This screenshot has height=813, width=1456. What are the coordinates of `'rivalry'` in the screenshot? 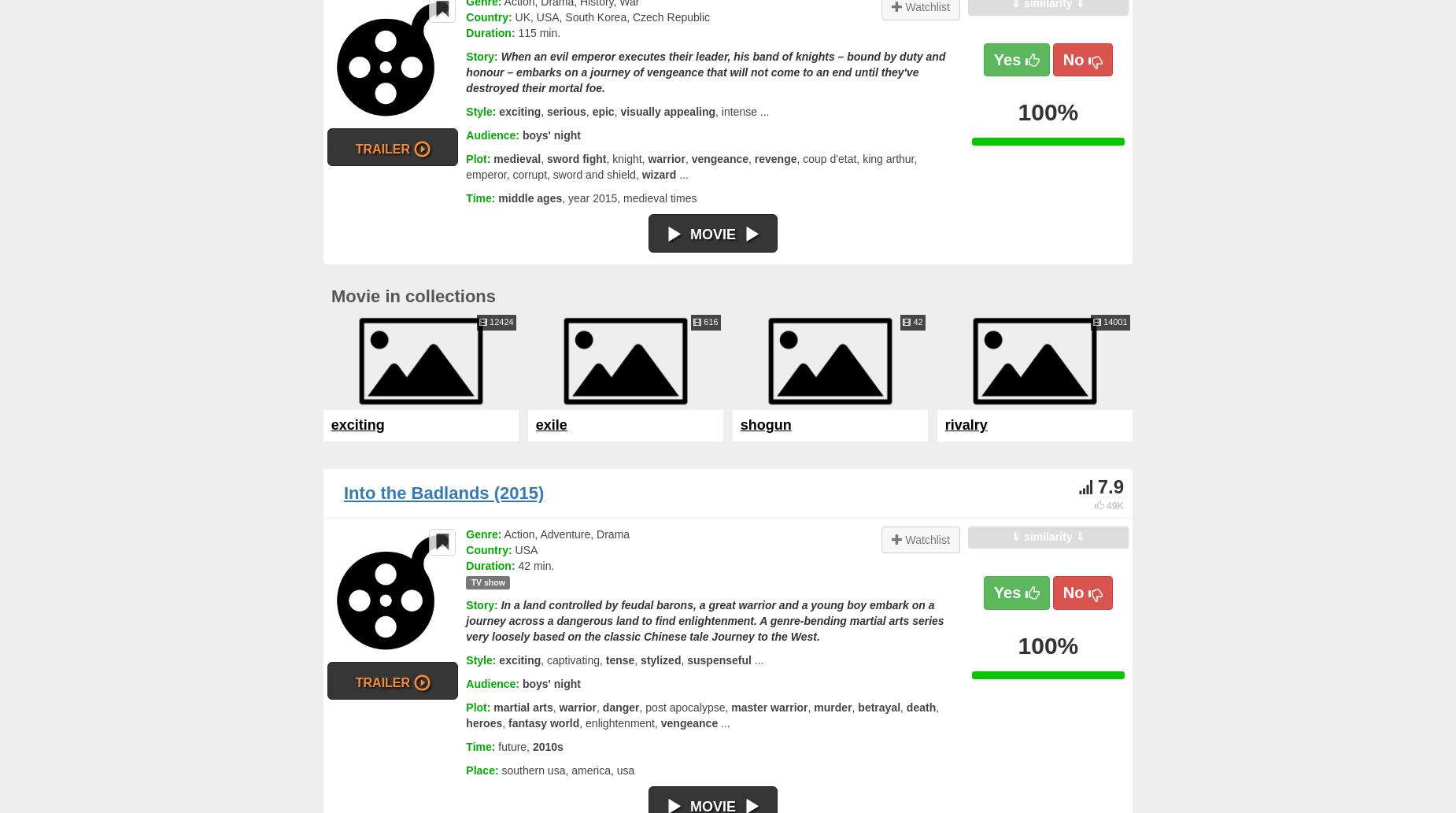 It's located at (964, 423).